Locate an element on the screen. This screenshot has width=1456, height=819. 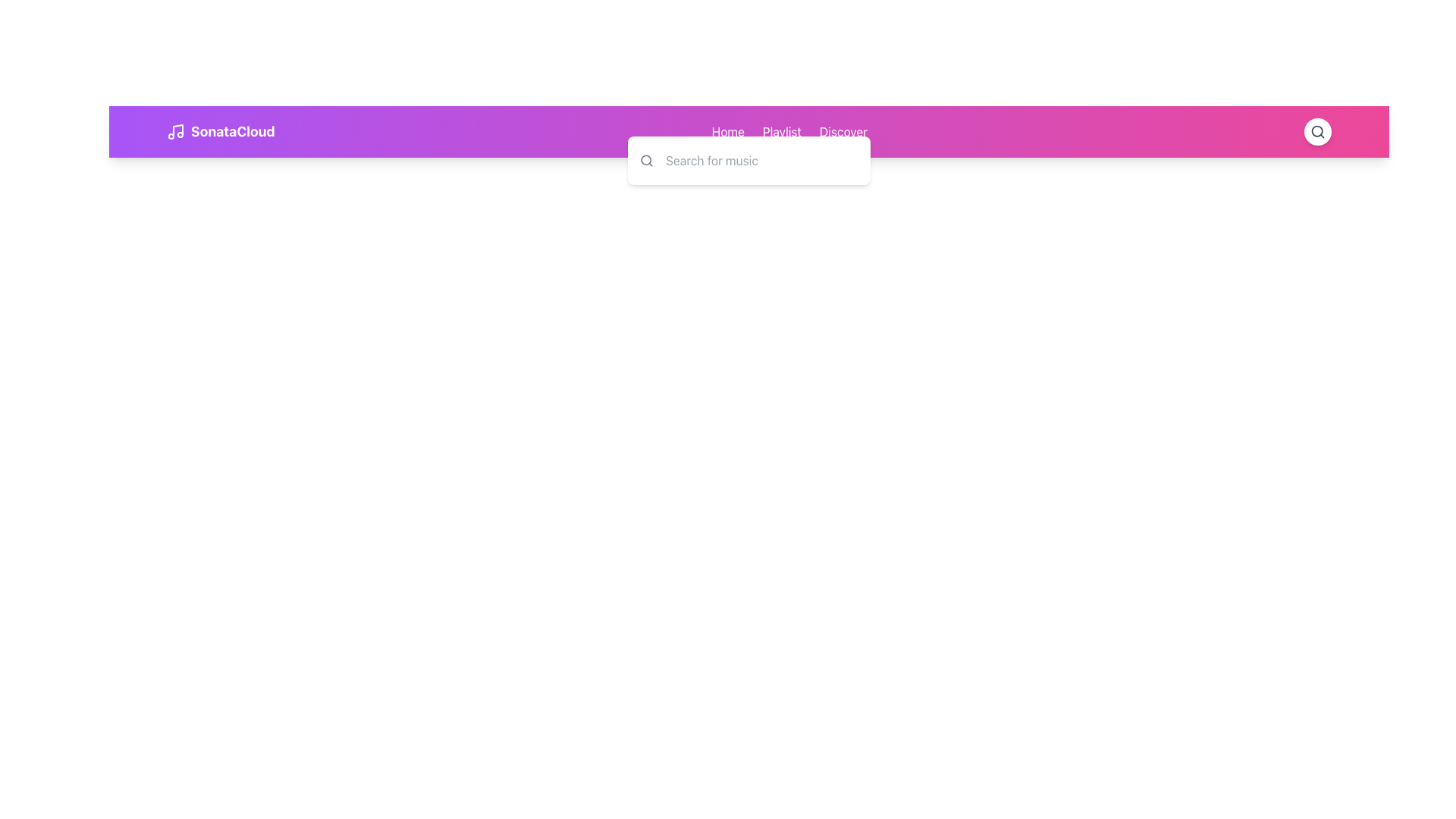
the search icon located at the top-right corner of the interface, which symbolizes the search functionality is located at coordinates (646, 160).